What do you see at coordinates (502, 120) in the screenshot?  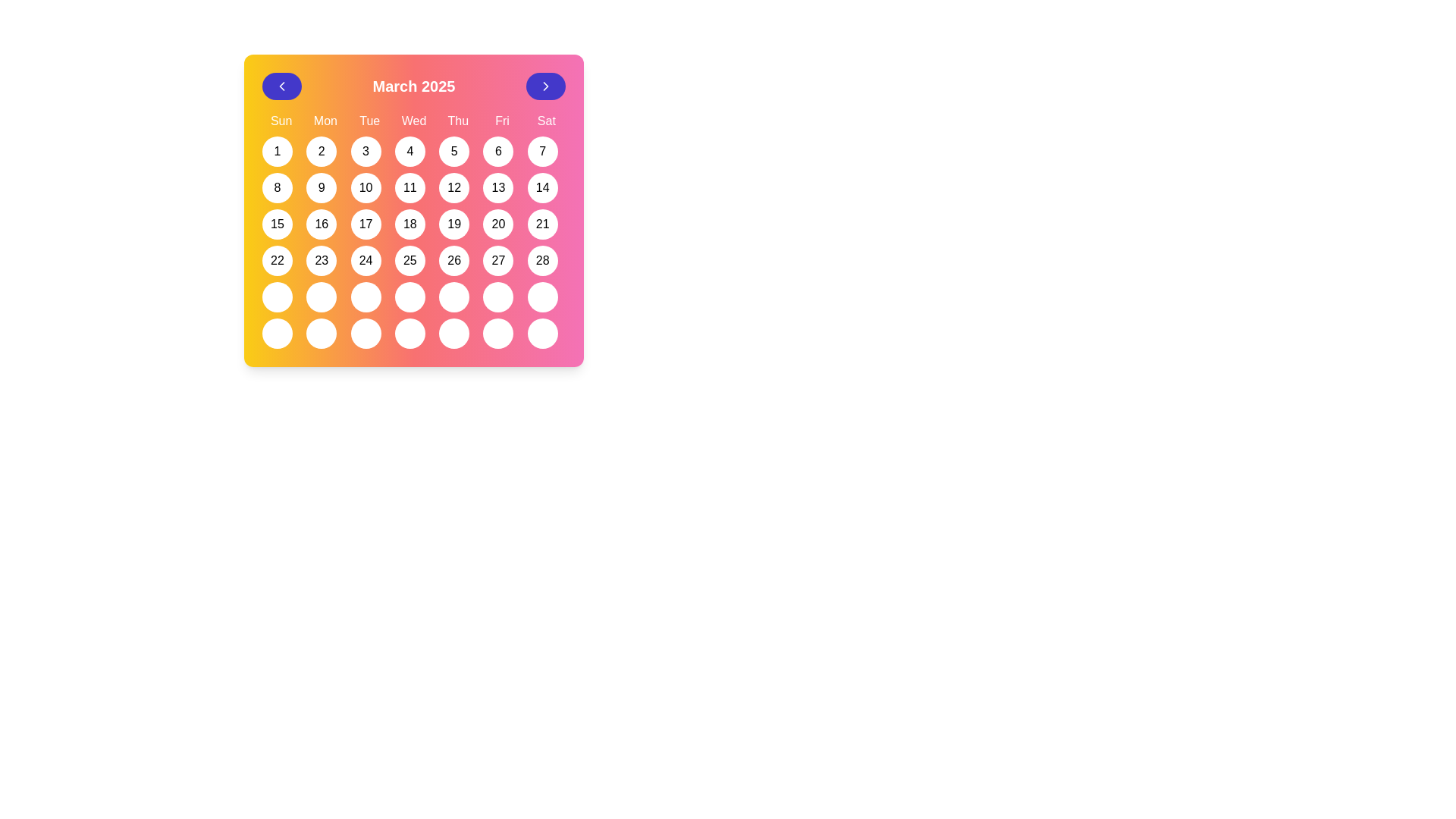 I see `the label displaying 'Fri', which is styled in white on a pink background and is the sixth item in the weekday header row` at bounding box center [502, 120].